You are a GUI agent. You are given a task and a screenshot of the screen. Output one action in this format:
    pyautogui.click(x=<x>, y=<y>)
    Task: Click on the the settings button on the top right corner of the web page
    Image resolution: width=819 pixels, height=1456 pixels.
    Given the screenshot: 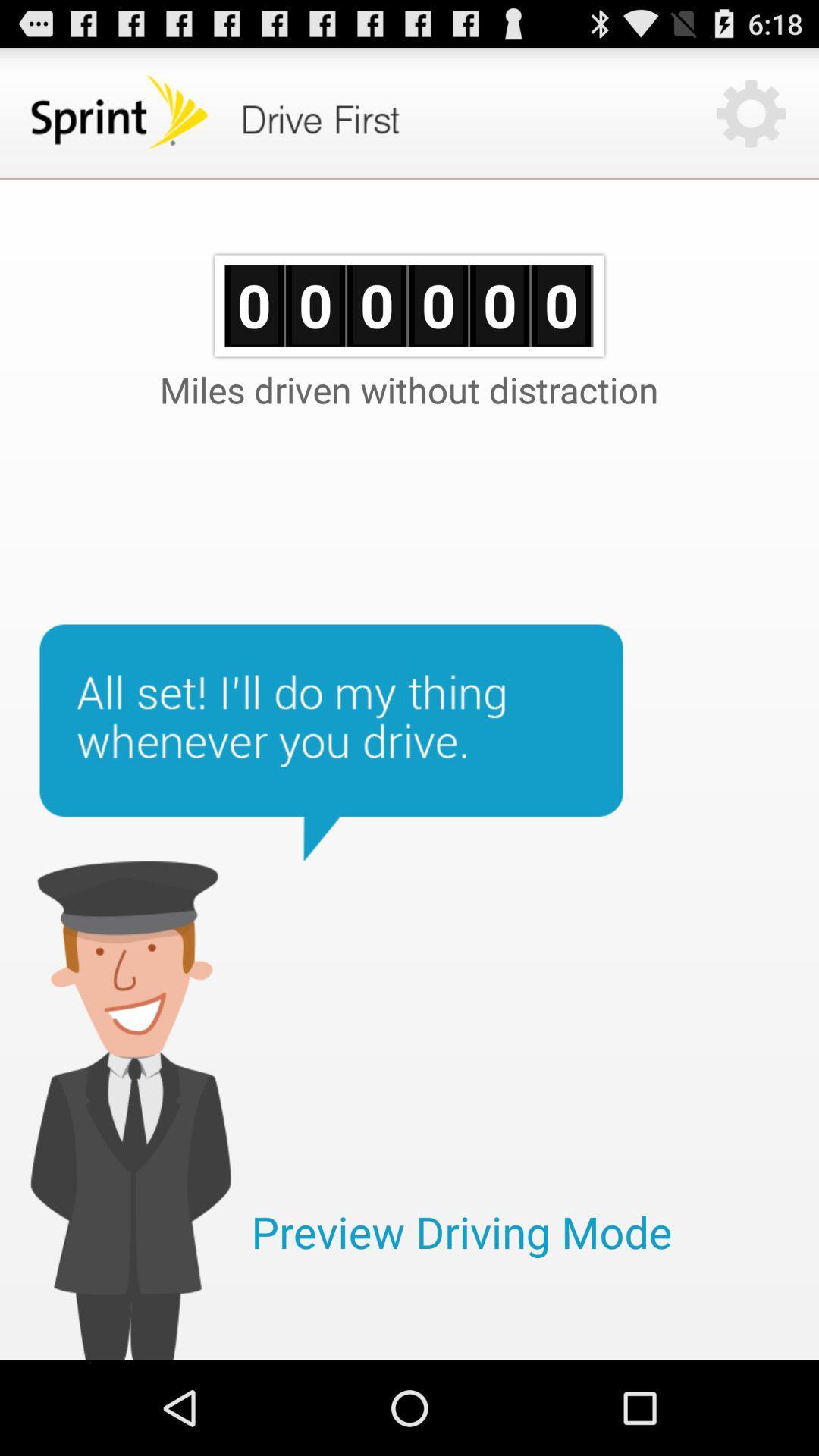 What is the action you would take?
    pyautogui.click(x=752, y=112)
    